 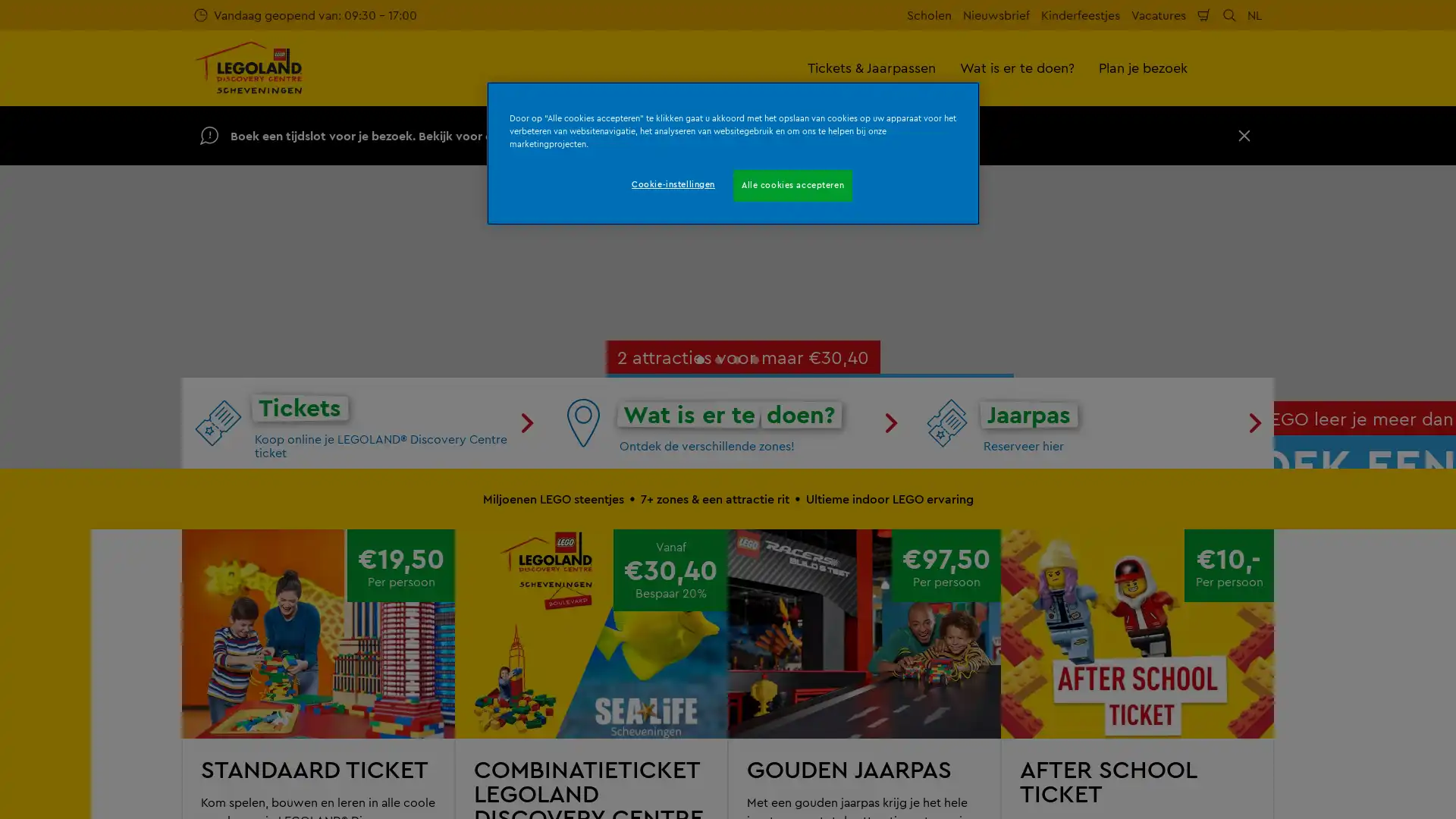 What do you see at coordinates (718, 646) in the screenshot?
I see `Go to slide 2` at bounding box center [718, 646].